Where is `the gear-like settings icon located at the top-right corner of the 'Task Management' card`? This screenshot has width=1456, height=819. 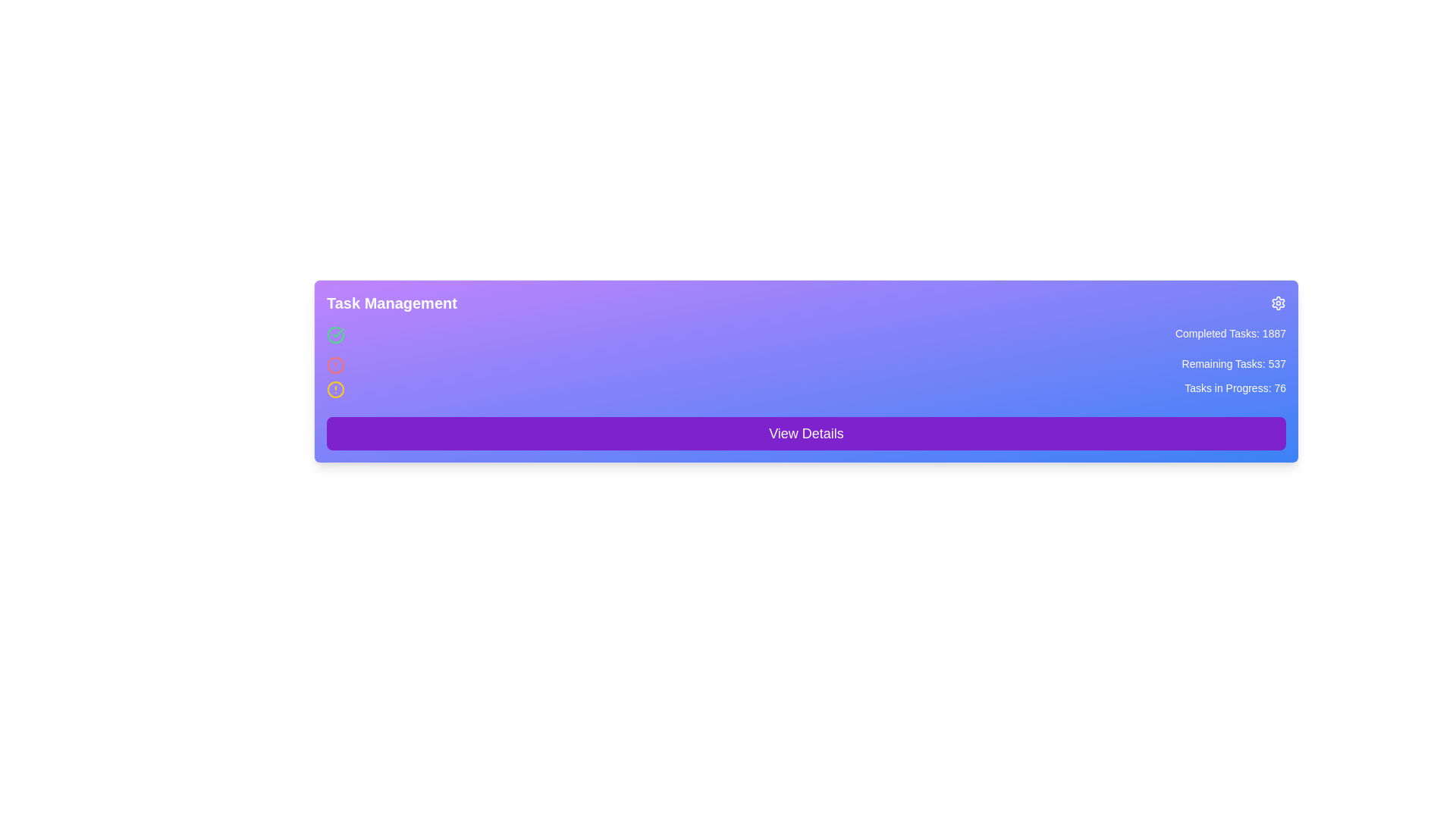 the gear-like settings icon located at the top-right corner of the 'Task Management' card is located at coordinates (1277, 303).